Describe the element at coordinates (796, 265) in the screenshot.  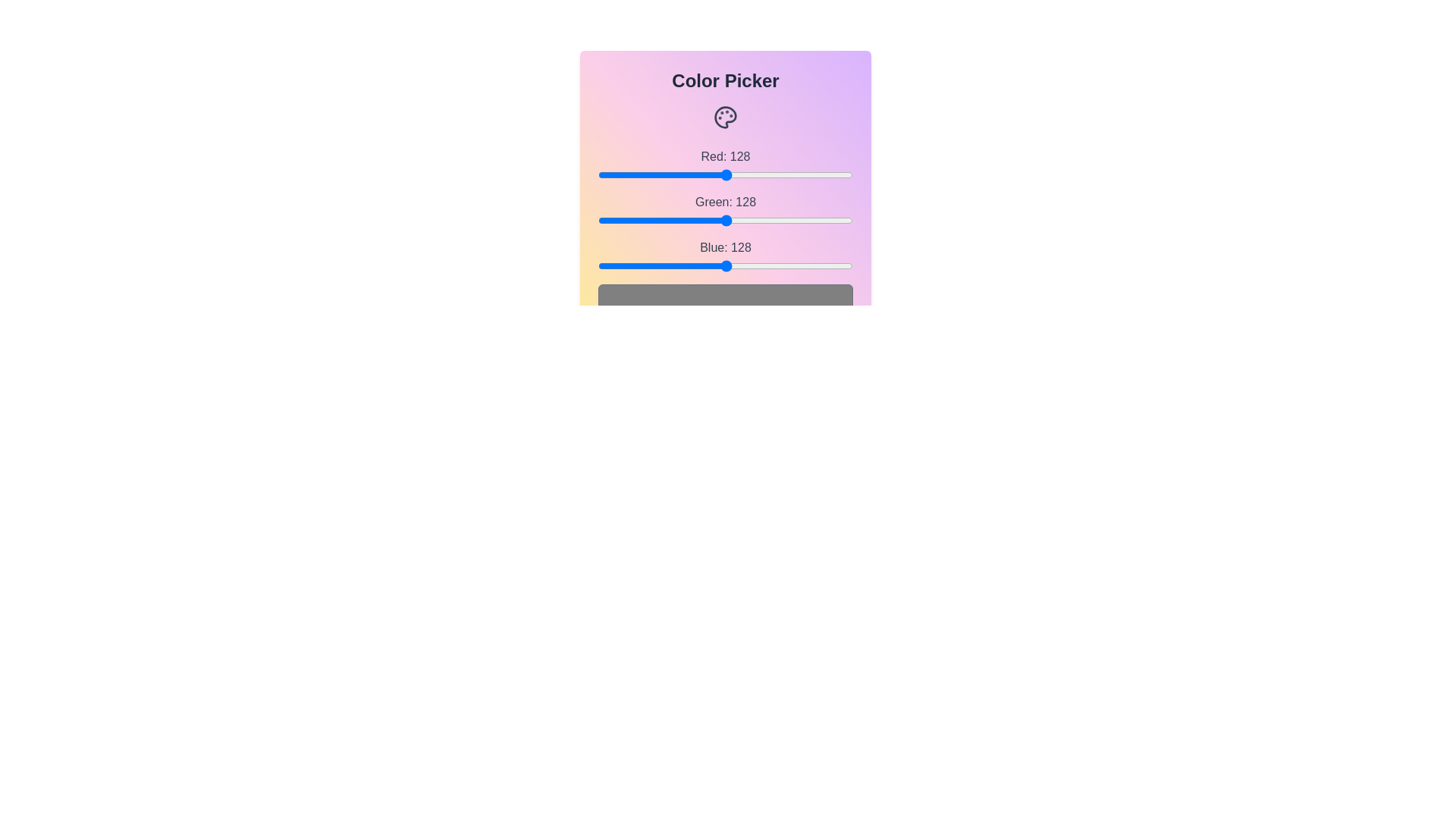
I see `the Blue slider to set the blue channel value to 199` at that location.